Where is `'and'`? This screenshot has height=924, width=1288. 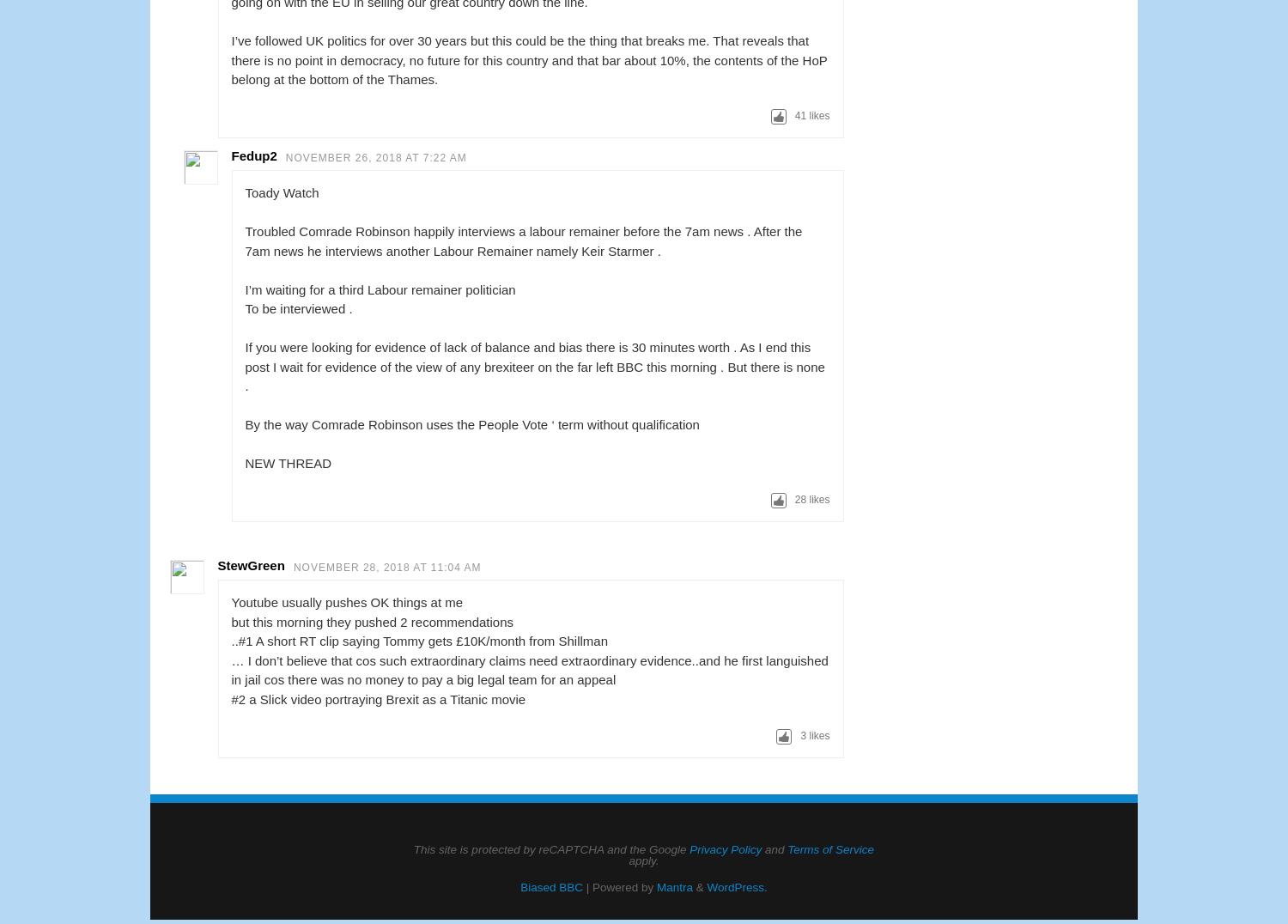
'and' is located at coordinates (774, 848).